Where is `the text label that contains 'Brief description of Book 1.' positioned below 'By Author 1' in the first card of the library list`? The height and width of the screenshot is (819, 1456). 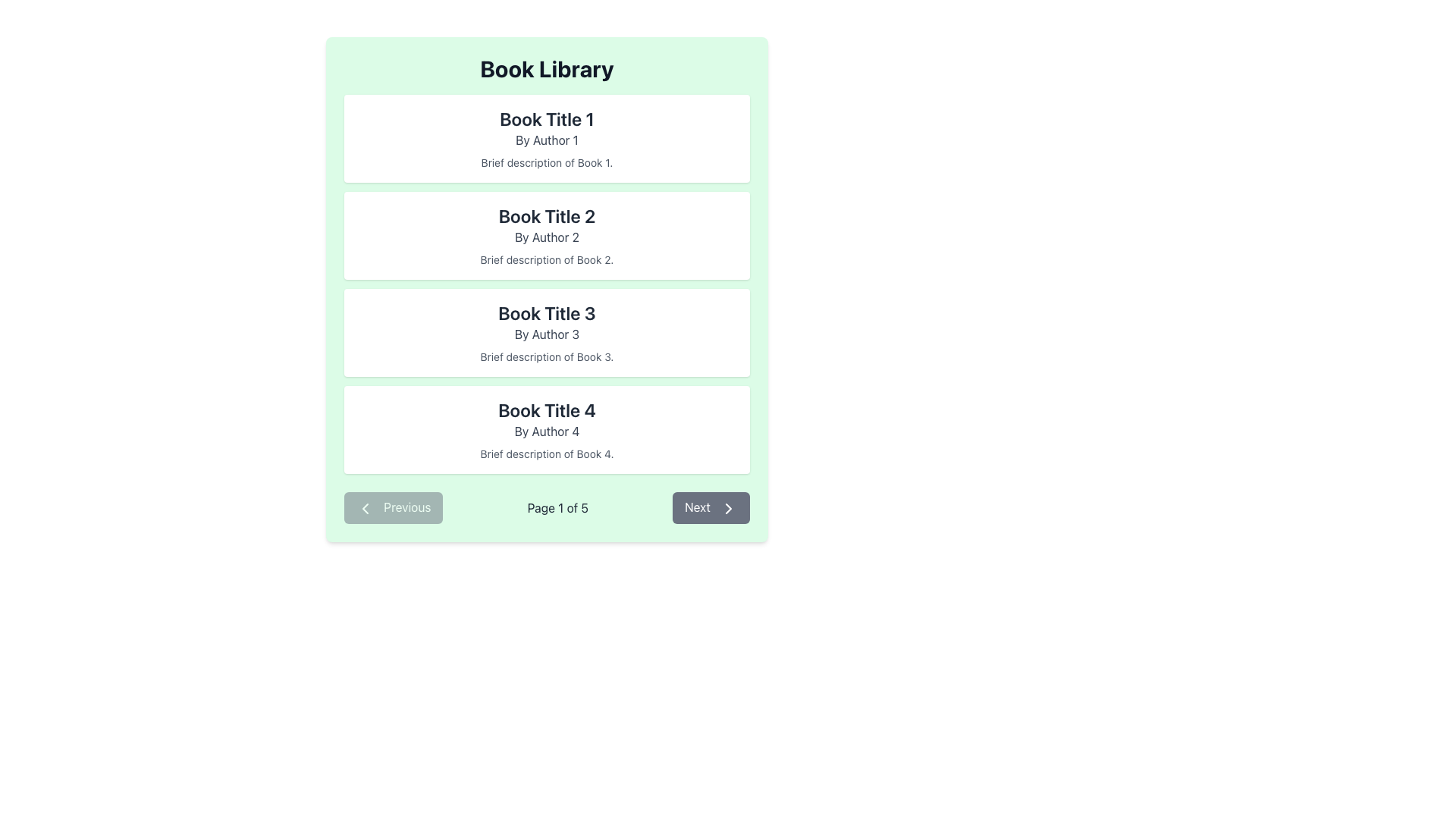 the text label that contains 'Brief description of Book 1.' positioned below 'By Author 1' in the first card of the library list is located at coordinates (546, 163).